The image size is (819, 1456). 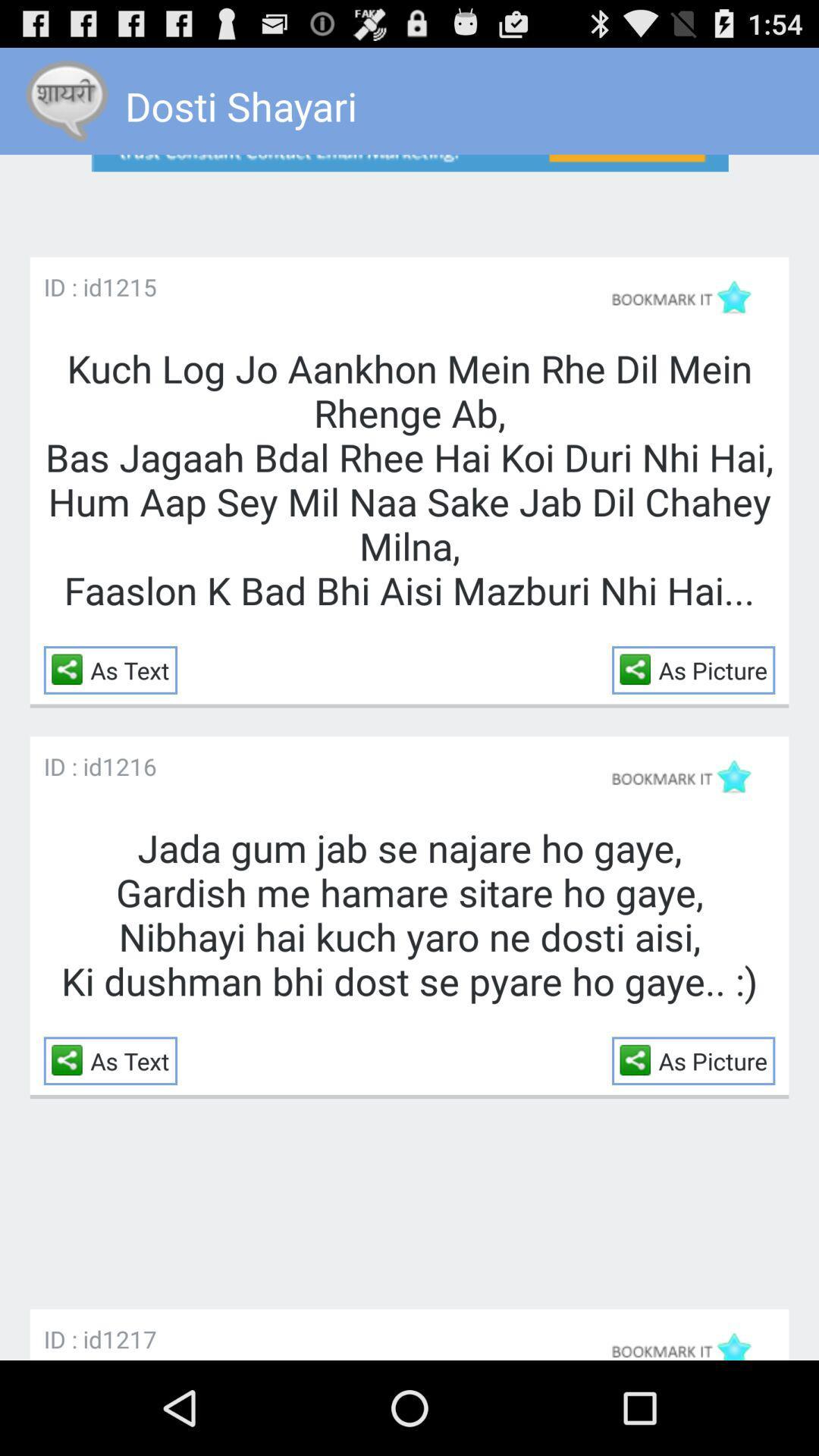 What do you see at coordinates (128, 287) in the screenshot?
I see `the icon above kuch log jo` at bounding box center [128, 287].